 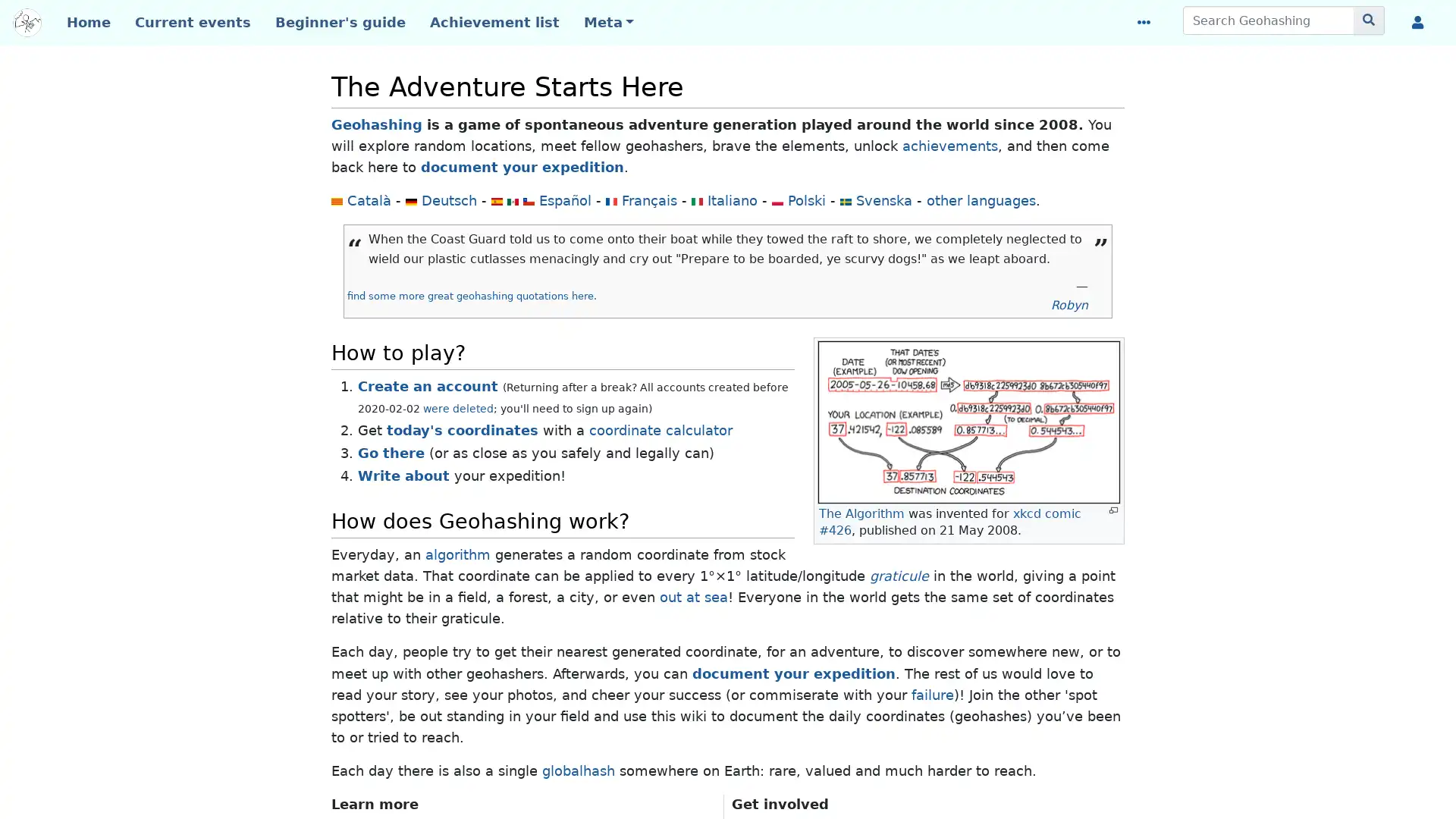 What do you see at coordinates (1369, 20) in the screenshot?
I see `Go to page` at bounding box center [1369, 20].